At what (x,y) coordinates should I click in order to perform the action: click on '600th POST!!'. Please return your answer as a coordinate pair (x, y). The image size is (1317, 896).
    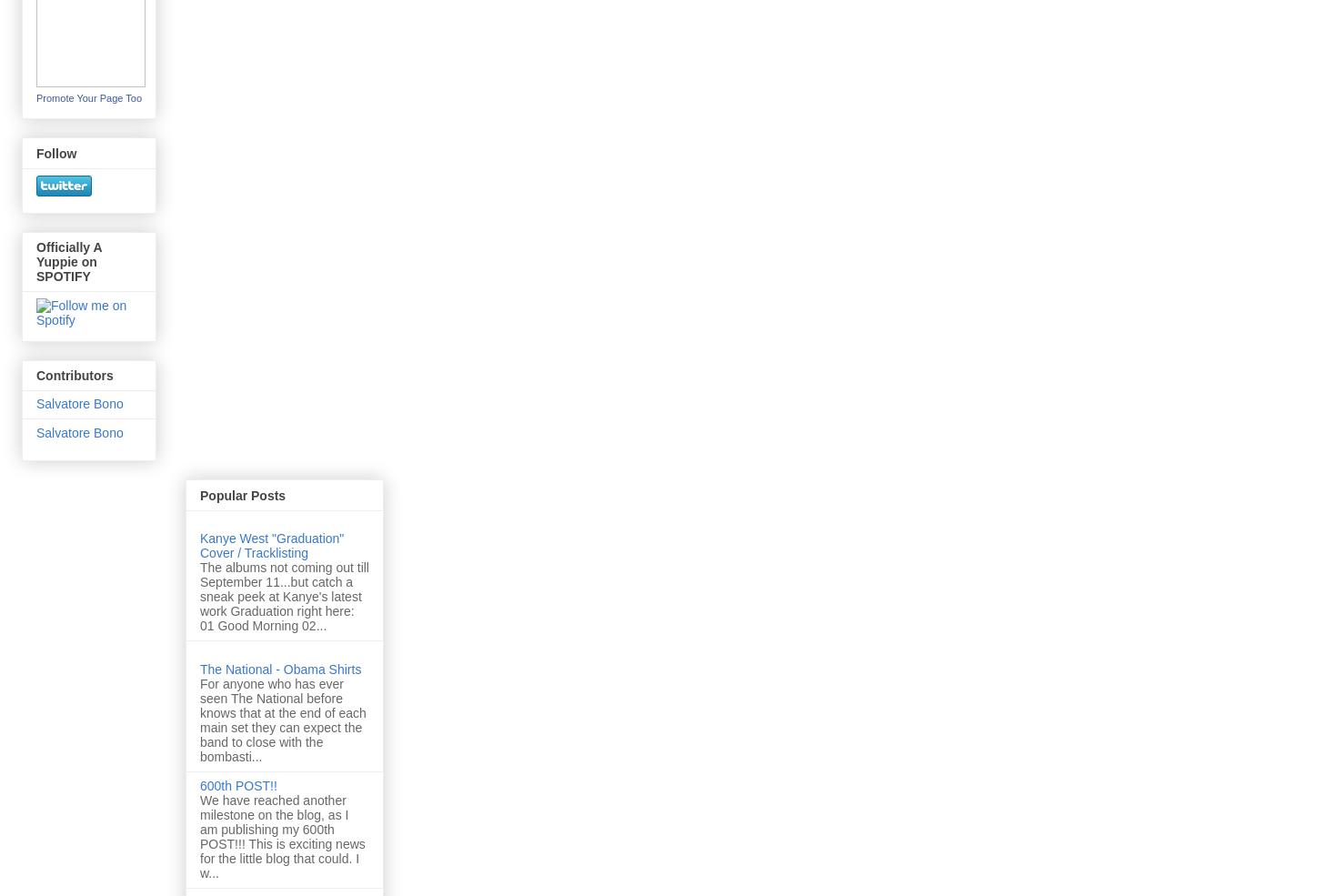
    Looking at the image, I should click on (199, 783).